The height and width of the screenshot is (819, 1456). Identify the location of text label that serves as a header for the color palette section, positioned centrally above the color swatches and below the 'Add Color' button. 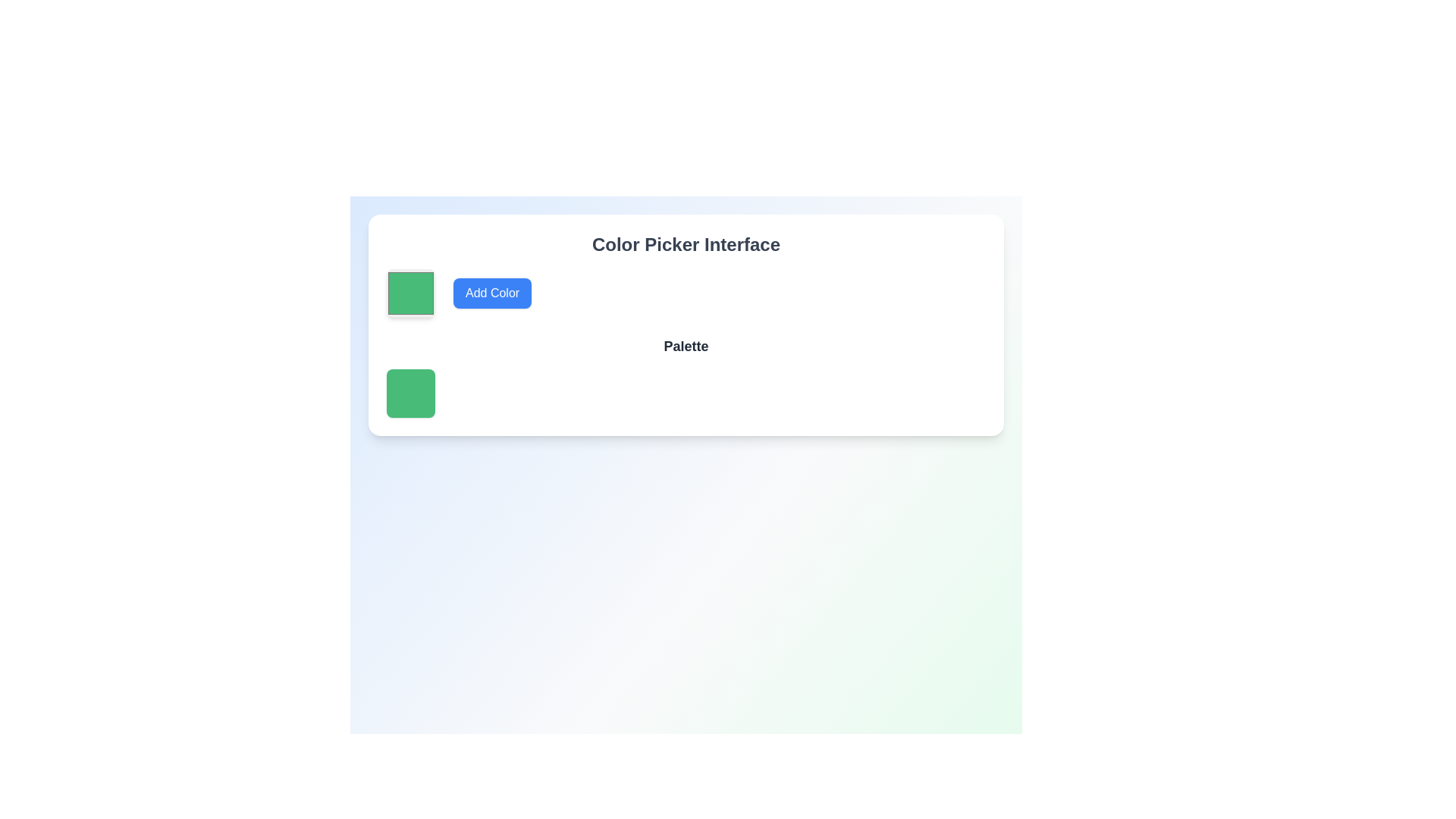
(686, 346).